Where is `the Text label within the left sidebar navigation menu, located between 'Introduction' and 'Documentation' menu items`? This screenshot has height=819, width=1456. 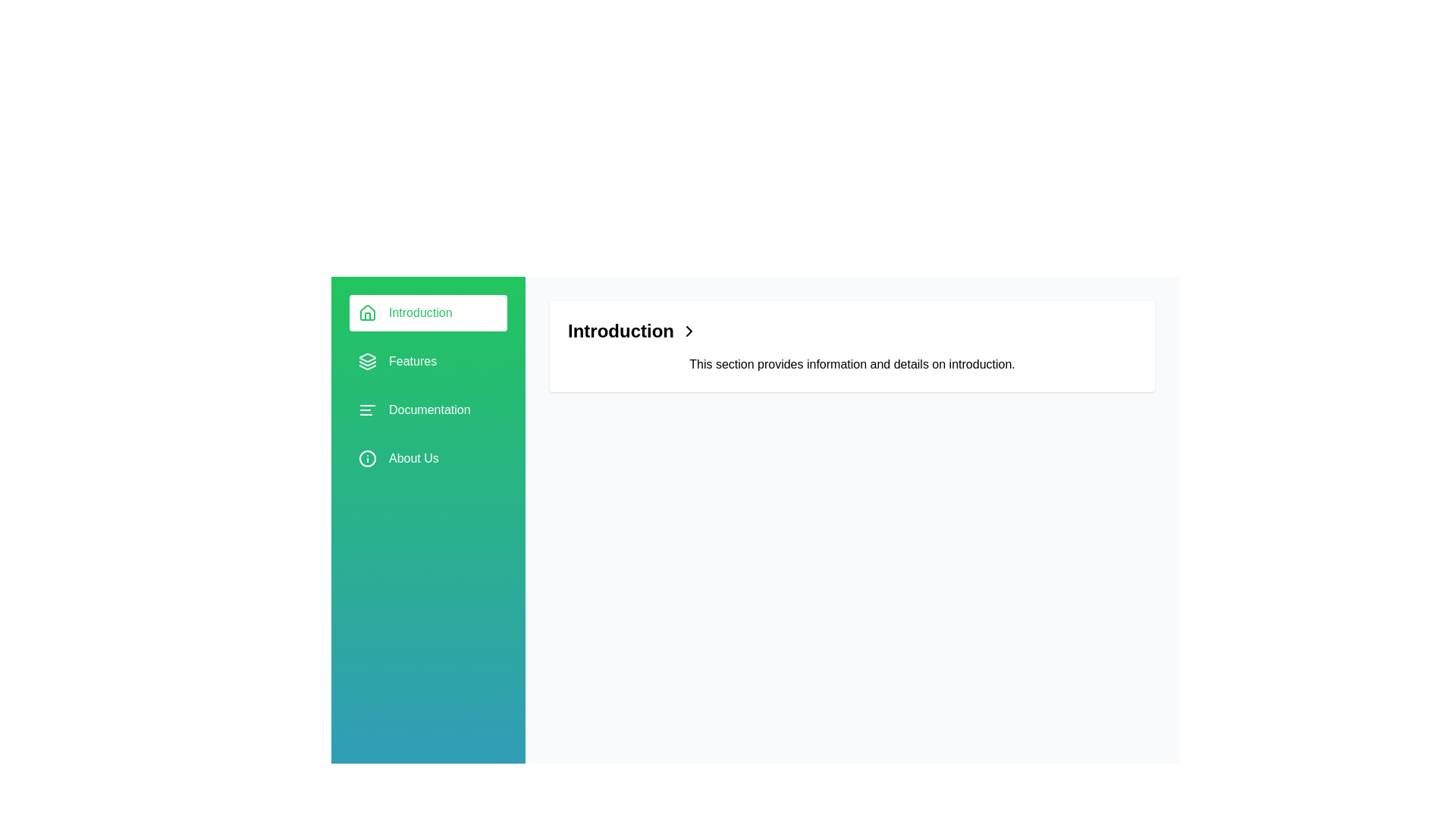 the Text label within the left sidebar navigation menu, located between 'Introduction' and 'Documentation' menu items is located at coordinates (413, 362).